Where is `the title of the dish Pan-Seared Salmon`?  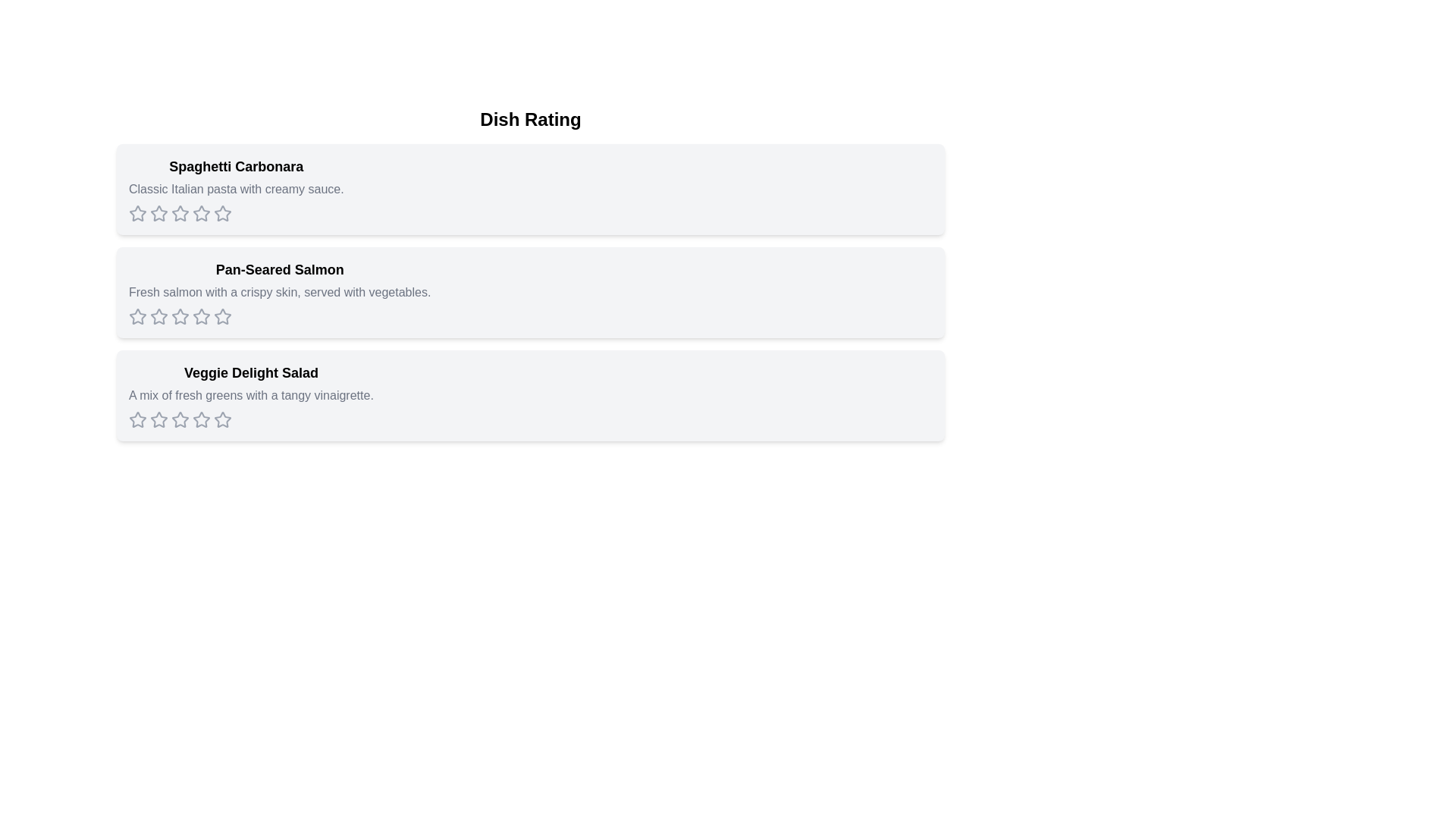 the title of the dish Pan-Seared Salmon is located at coordinates (280, 268).